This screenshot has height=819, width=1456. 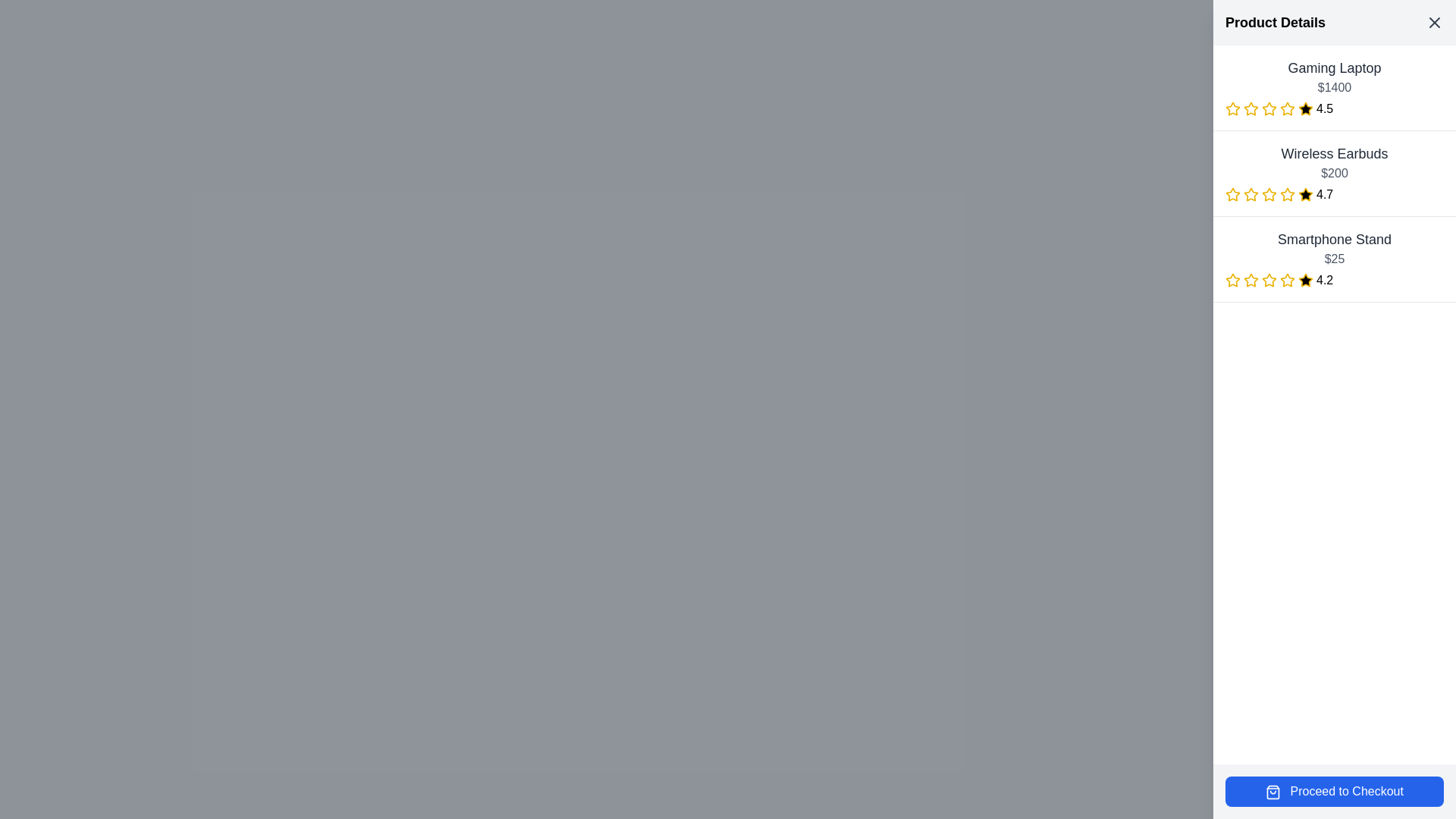 I want to click on the first yellow star icon in the star rating row under the 'Gaming Laptop' label in the 'Product Details' section to interact with it, so click(x=1233, y=108).